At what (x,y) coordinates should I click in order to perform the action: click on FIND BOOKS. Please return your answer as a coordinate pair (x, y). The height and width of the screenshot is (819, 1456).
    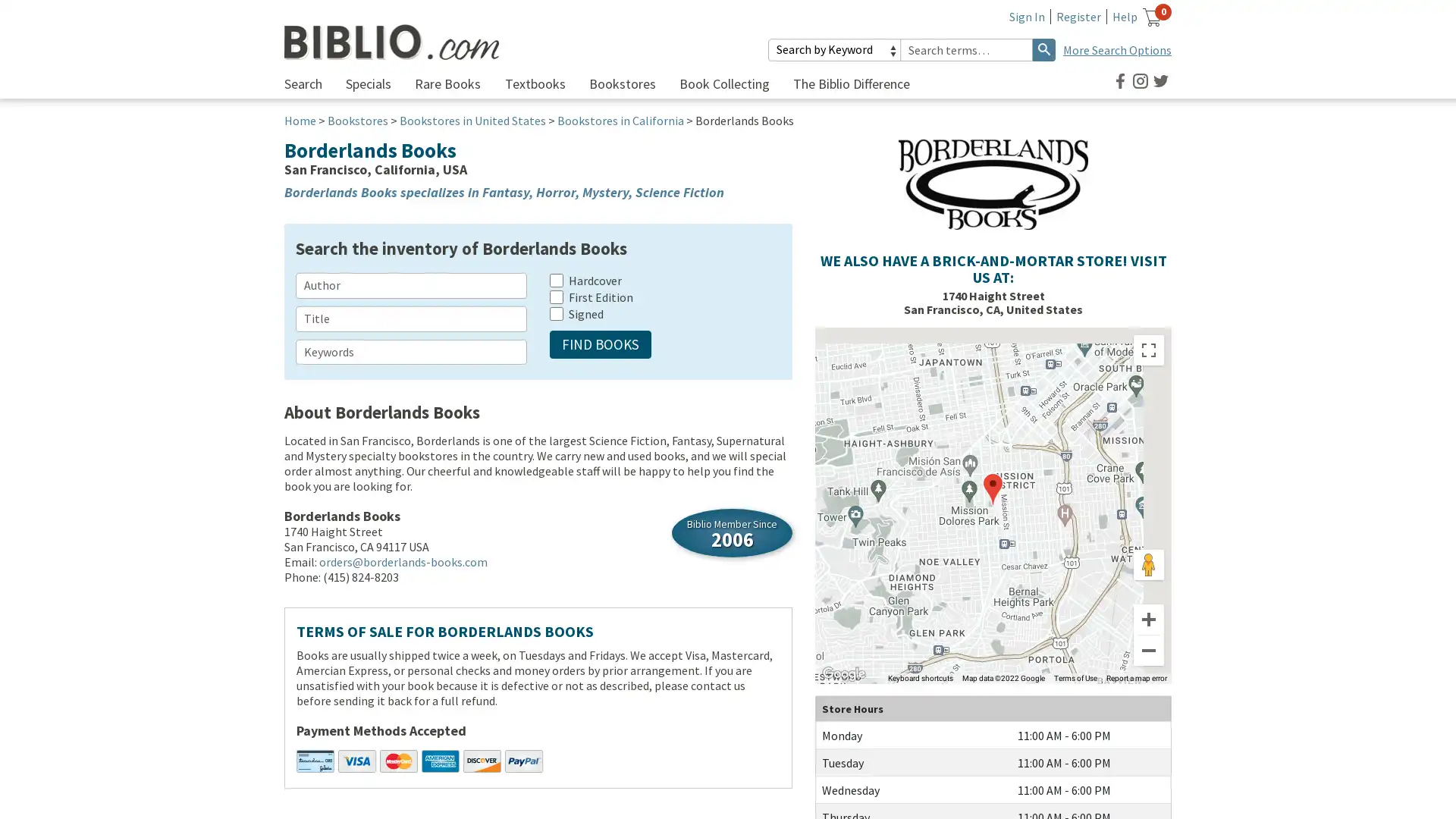
    Looking at the image, I should click on (600, 344).